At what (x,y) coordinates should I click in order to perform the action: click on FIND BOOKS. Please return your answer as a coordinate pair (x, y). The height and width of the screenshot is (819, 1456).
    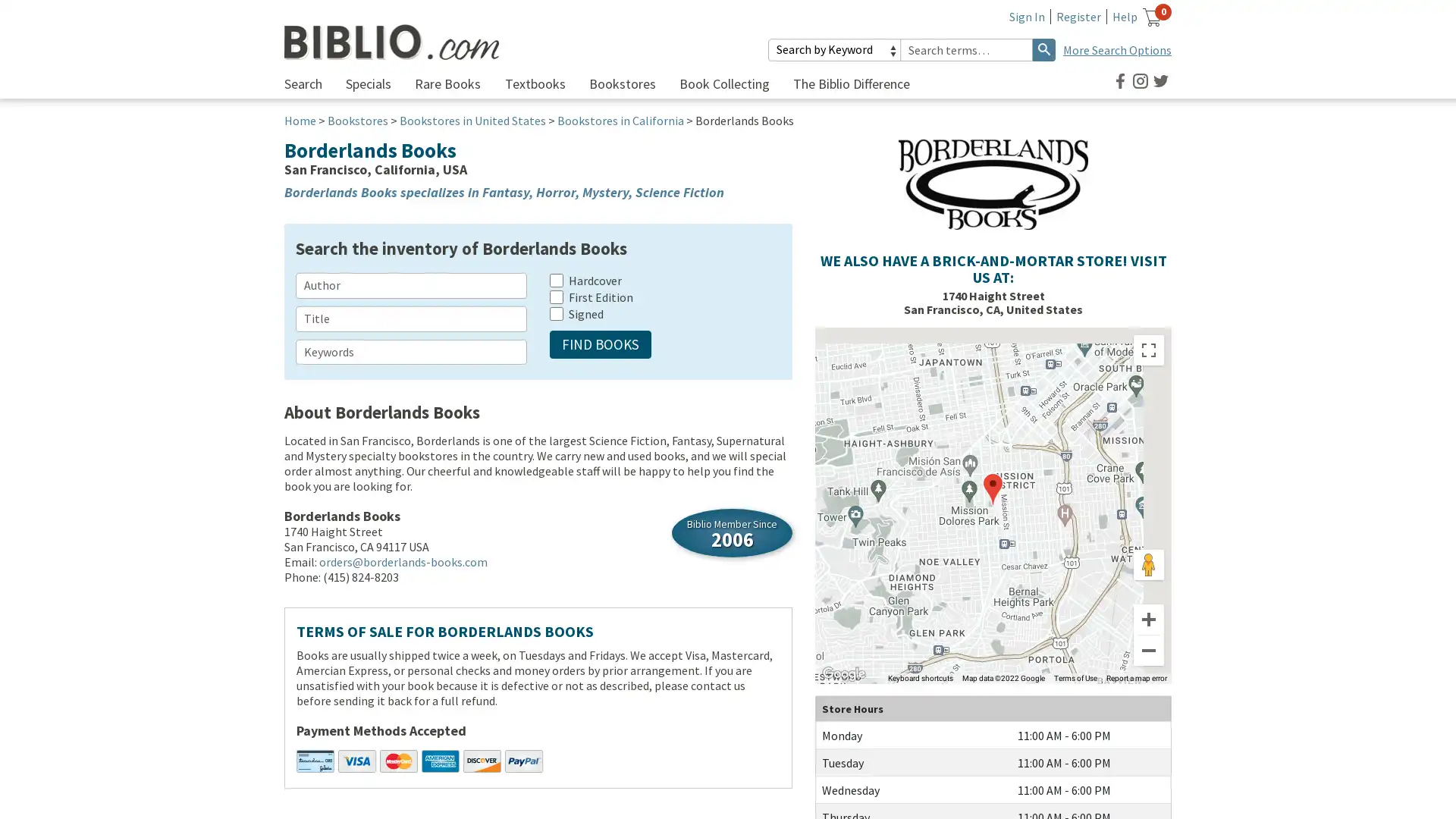
    Looking at the image, I should click on (600, 344).